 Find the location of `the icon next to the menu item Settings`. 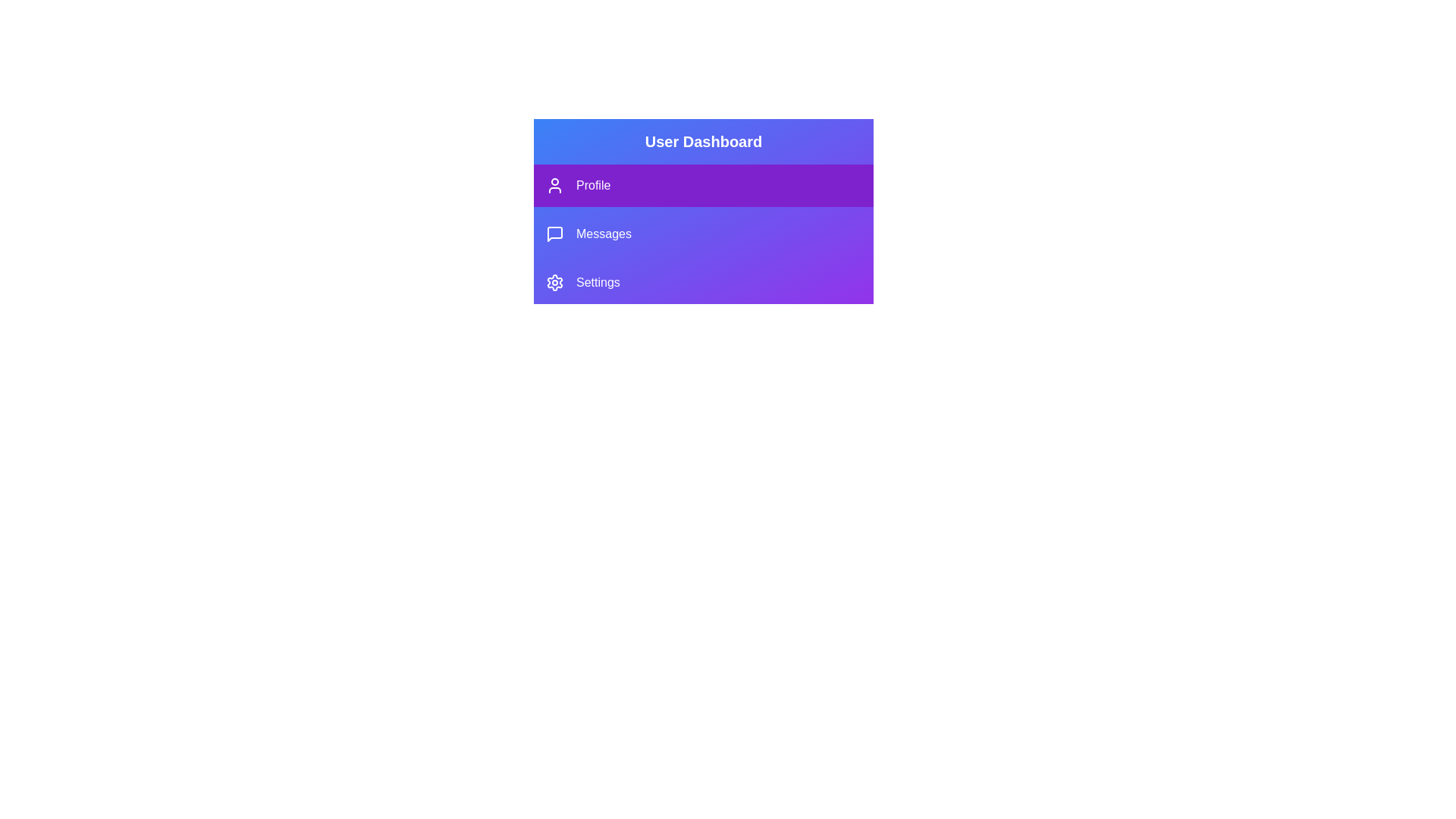

the icon next to the menu item Settings is located at coordinates (554, 283).